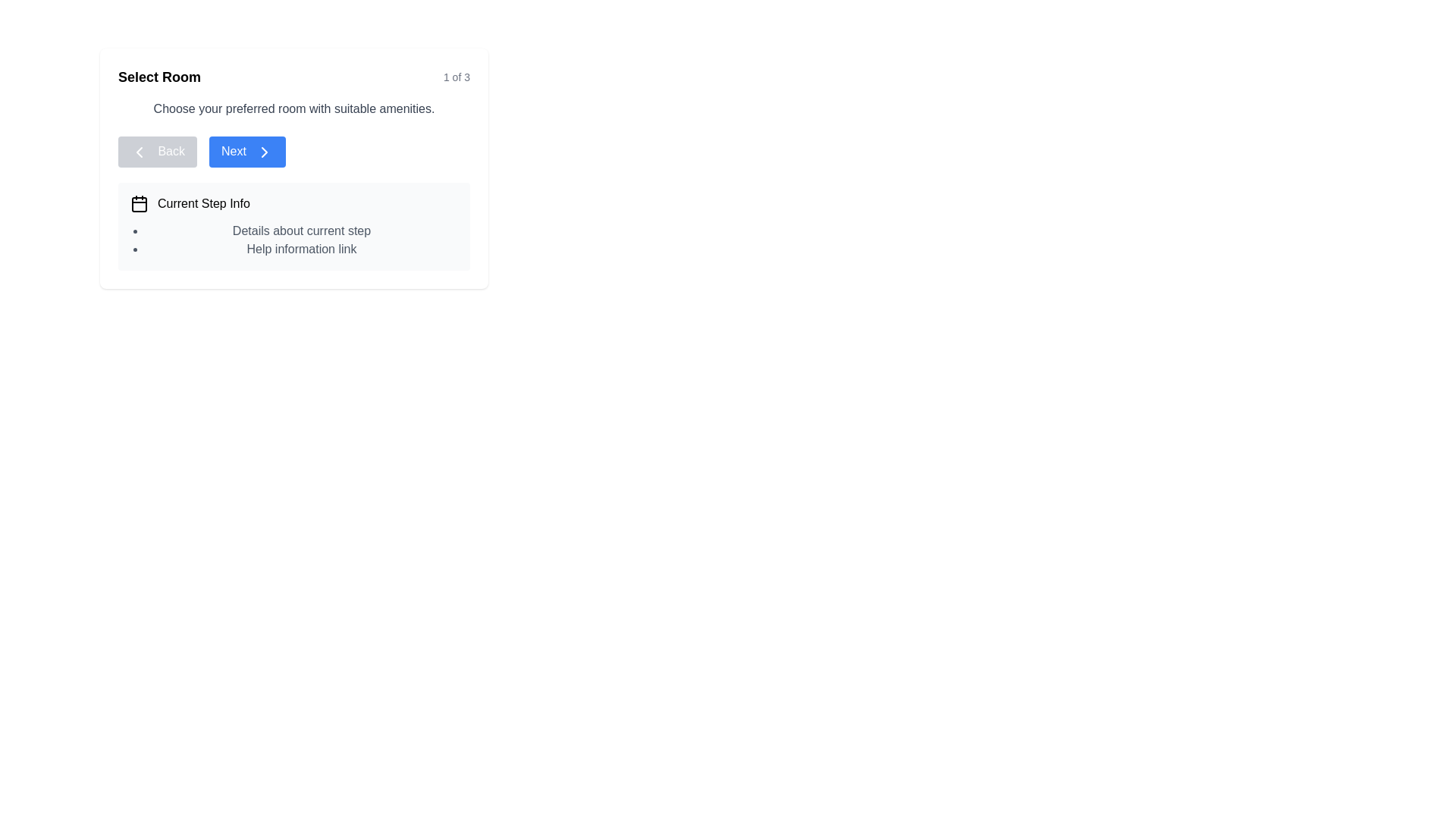  I want to click on the unordered list containing 'Details about current step' and 'Help information link', which is styled with bullets and located in the 'Current Step Info' section, so click(294, 239).